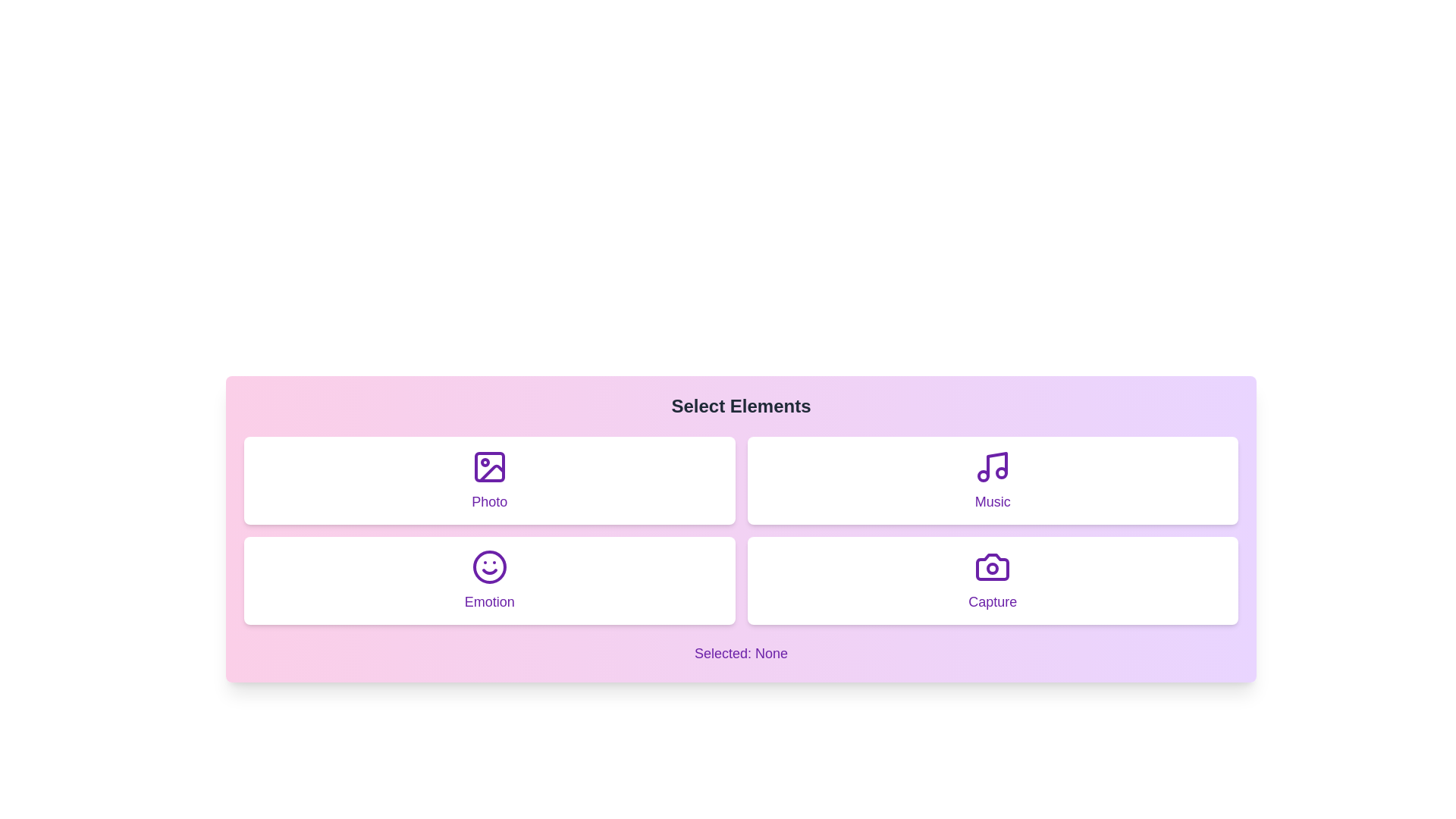  What do you see at coordinates (993, 580) in the screenshot?
I see `the element Capture by clicking on its corresponding button` at bounding box center [993, 580].